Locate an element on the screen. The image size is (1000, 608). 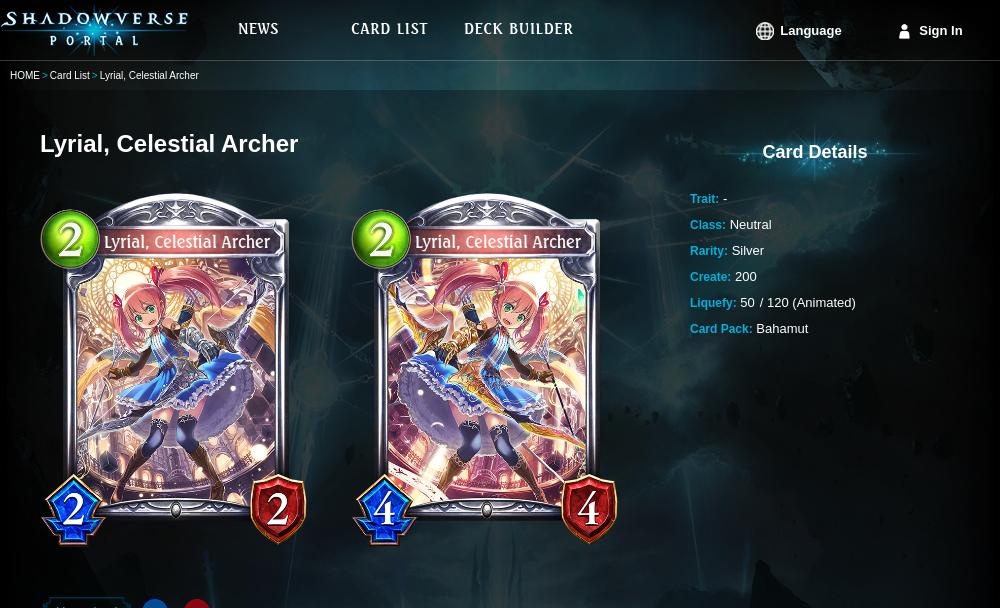
'Silver' is located at coordinates (746, 250).